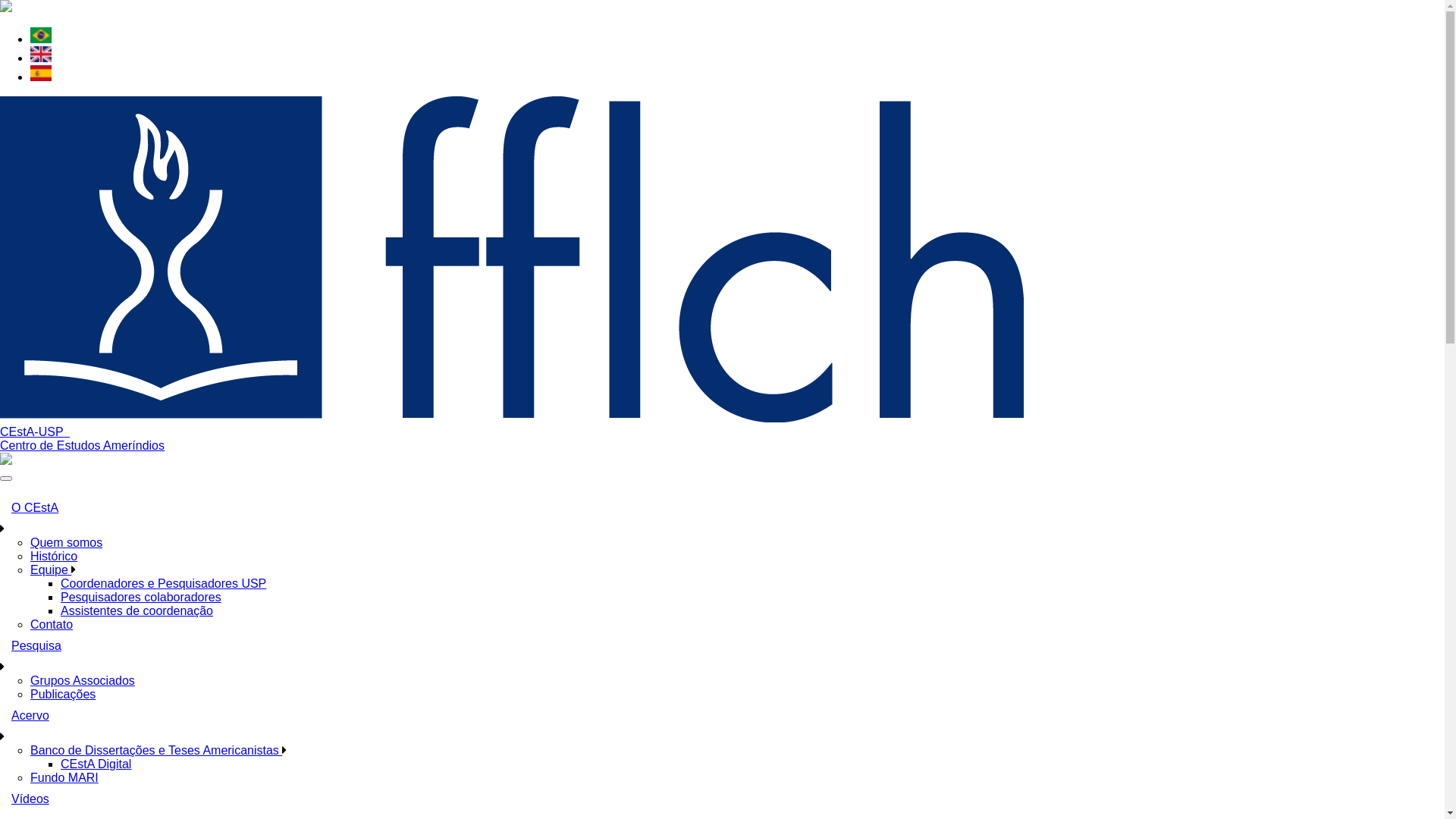  Describe the element at coordinates (64, 777) in the screenshot. I see `'Fundo MARI'` at that location.